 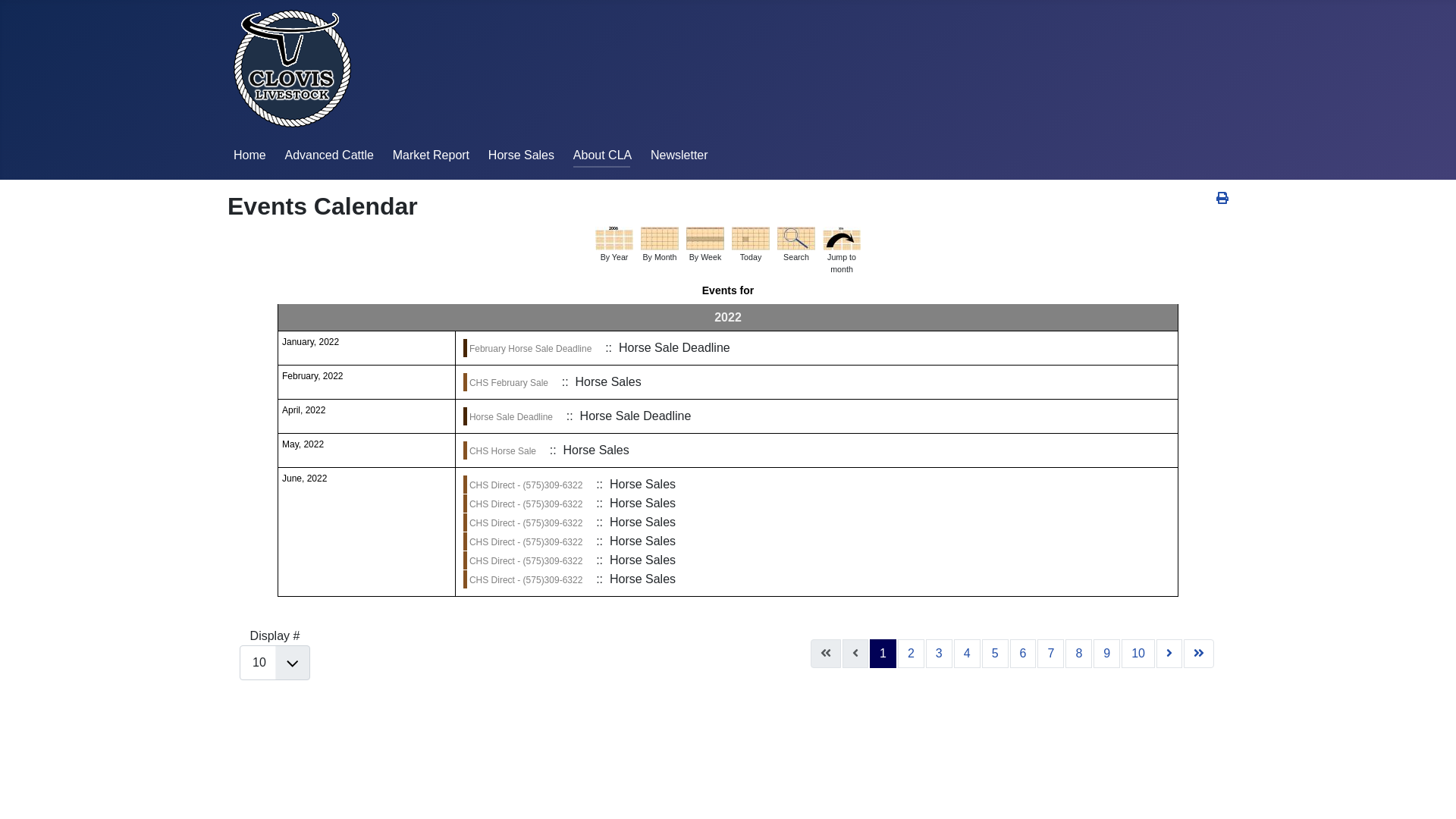 What do you see at coordinates (704, 237) in the screenshot?
I see `'By Week'` at bounding box center [704, 237].